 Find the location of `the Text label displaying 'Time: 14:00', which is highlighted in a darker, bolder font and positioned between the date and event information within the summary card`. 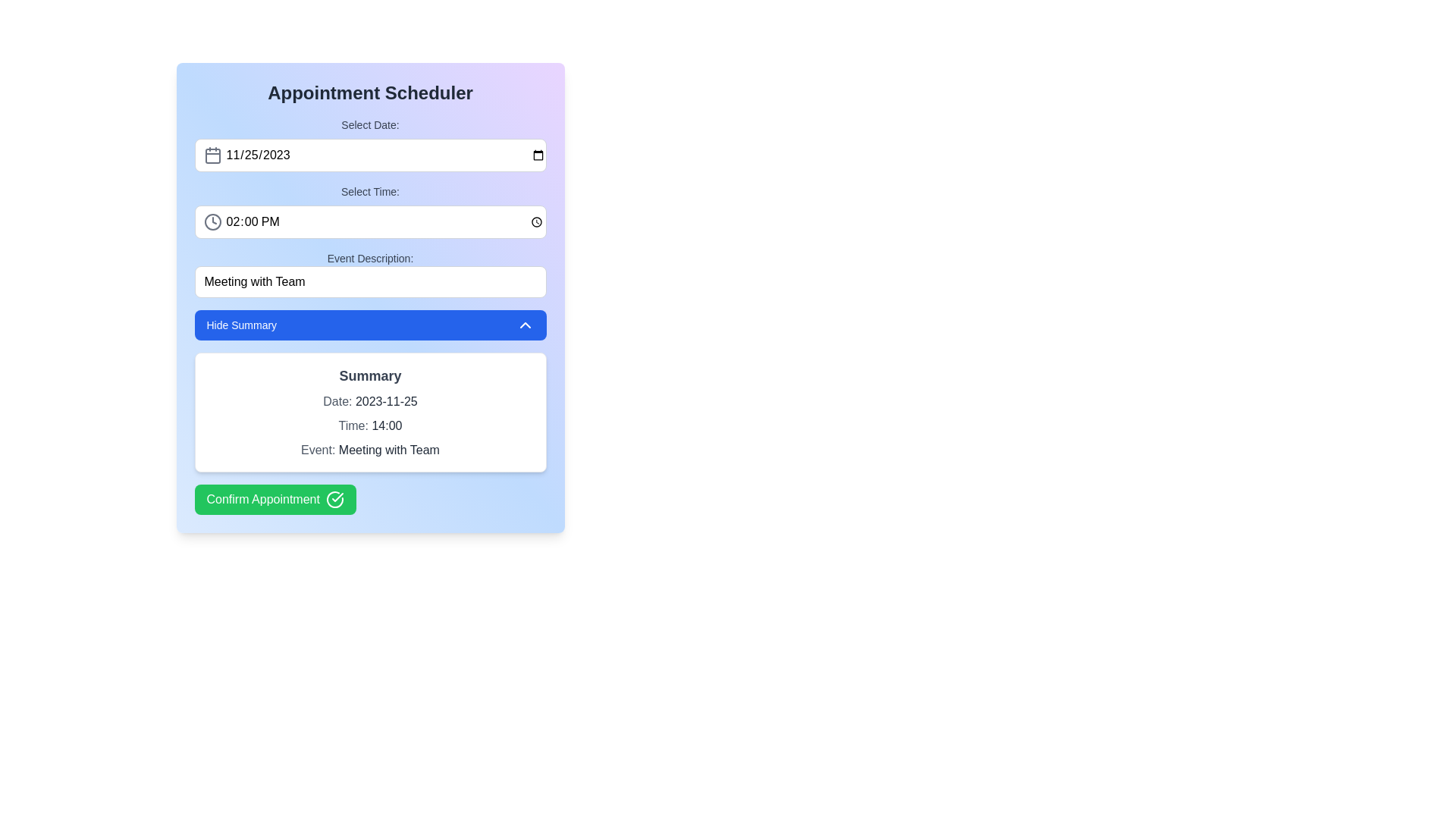

the Text label displaying 'Time: 14:00', which is highlighted in a darker, bolder font and positioned between the date and event information within the summary card is located at coordinates (370, 426).